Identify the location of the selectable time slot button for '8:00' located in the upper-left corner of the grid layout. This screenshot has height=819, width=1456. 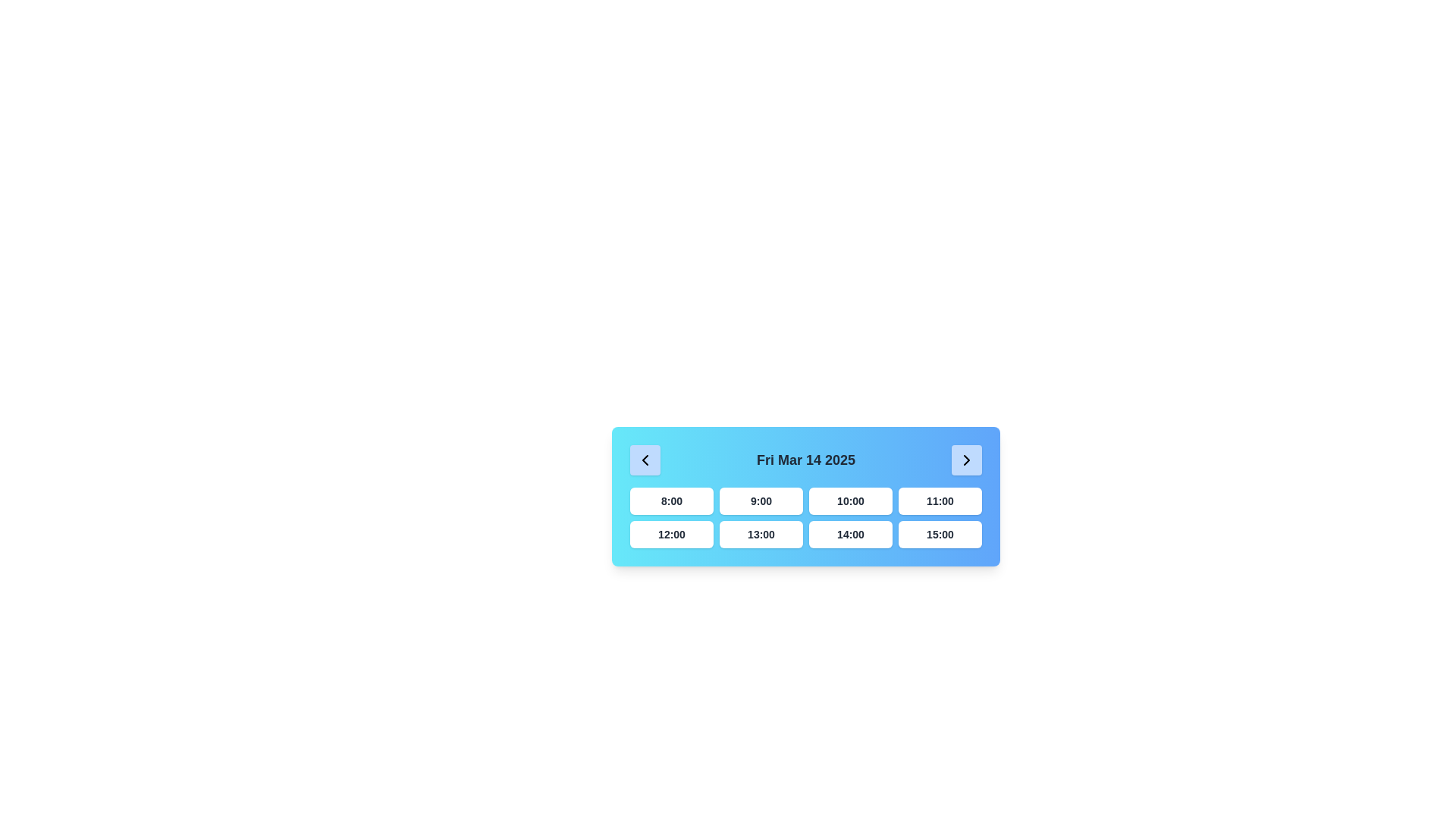
(671, 500).